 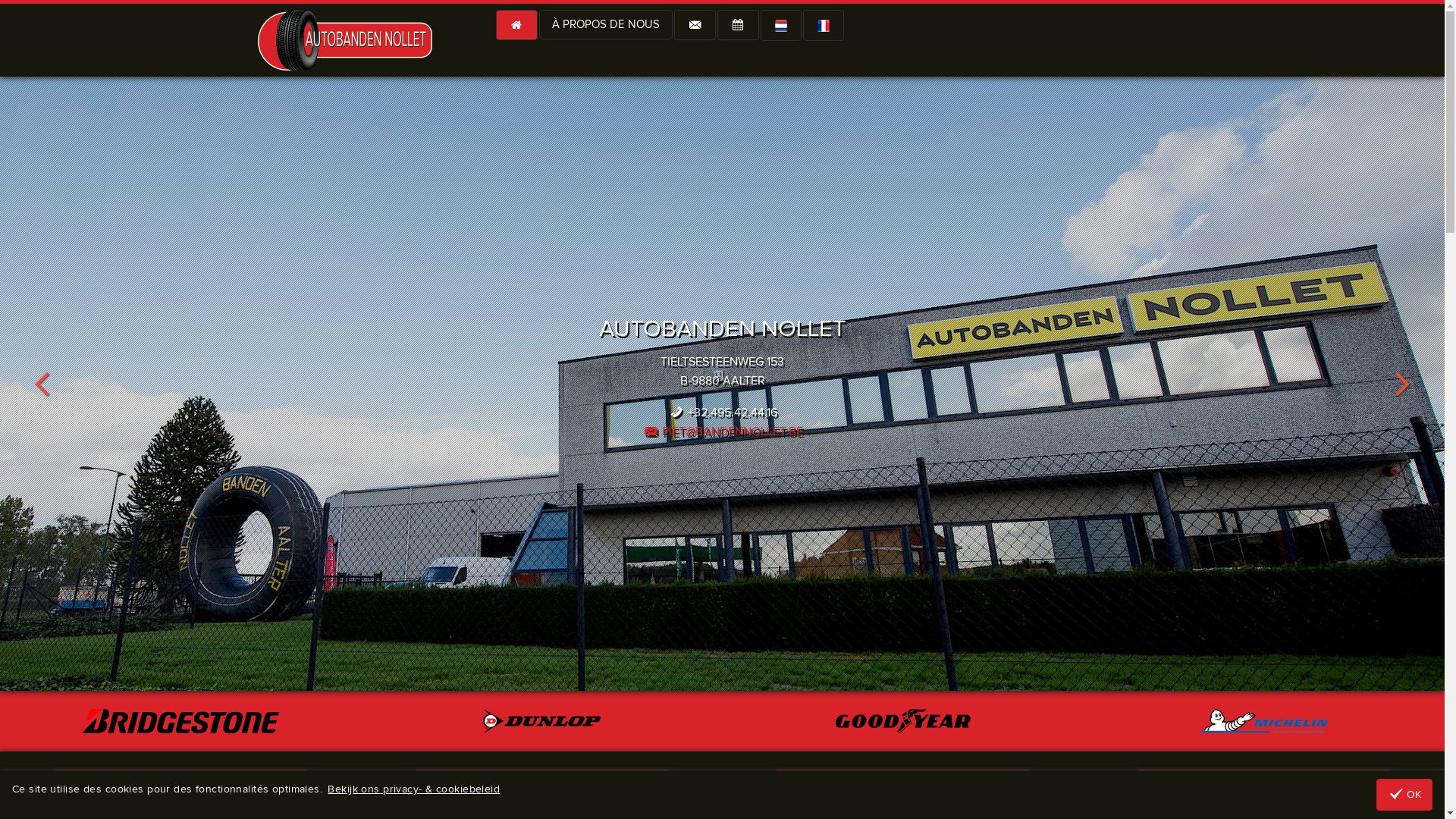 I want to click on 'Bekijk ons privacy- & cookiebeleid', so click(x=413, y=789).